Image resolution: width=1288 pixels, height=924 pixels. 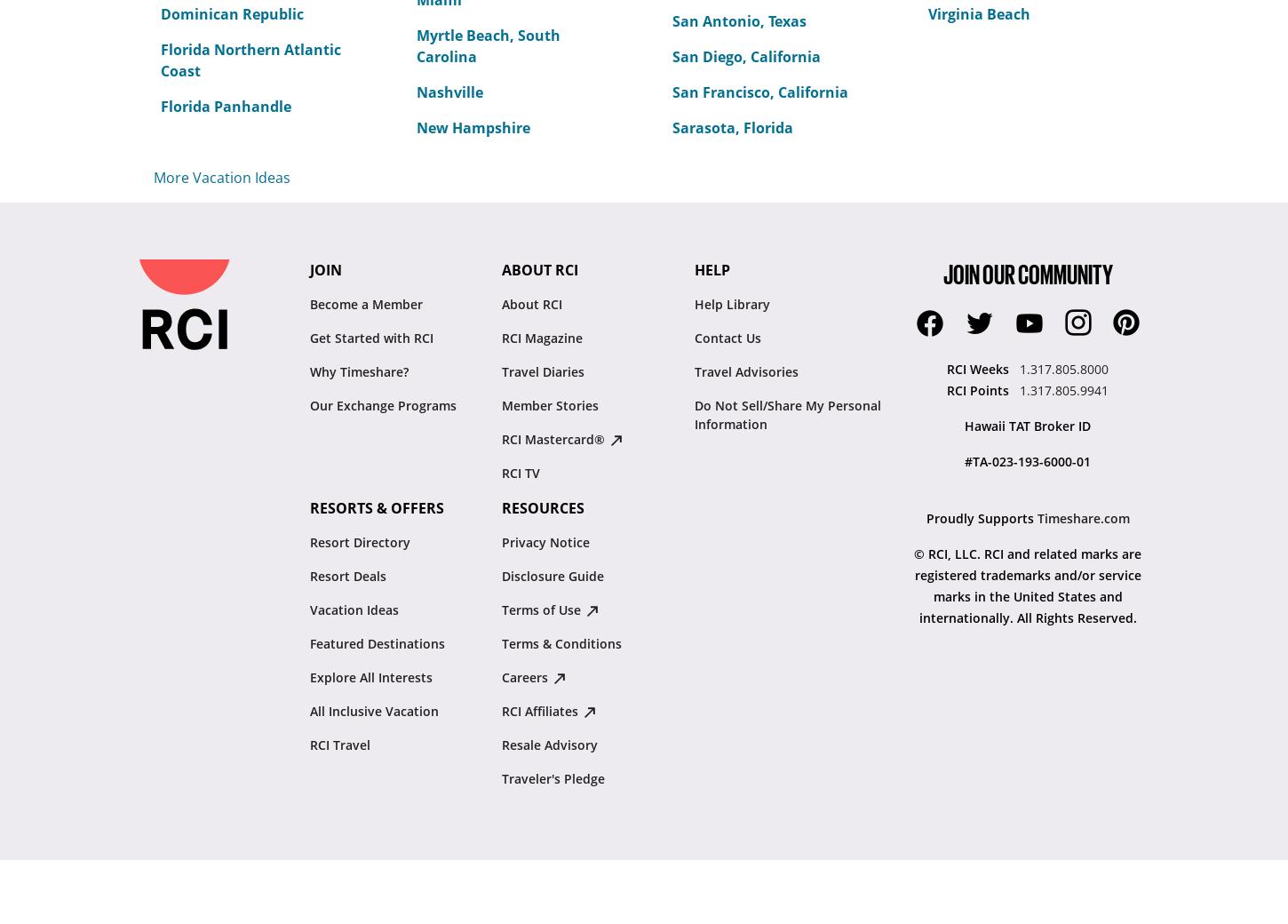 What do you see at coordinates (979, 369) in the screenshot?
I see `'RCI Weeks'` at bounding box center [979, 369].